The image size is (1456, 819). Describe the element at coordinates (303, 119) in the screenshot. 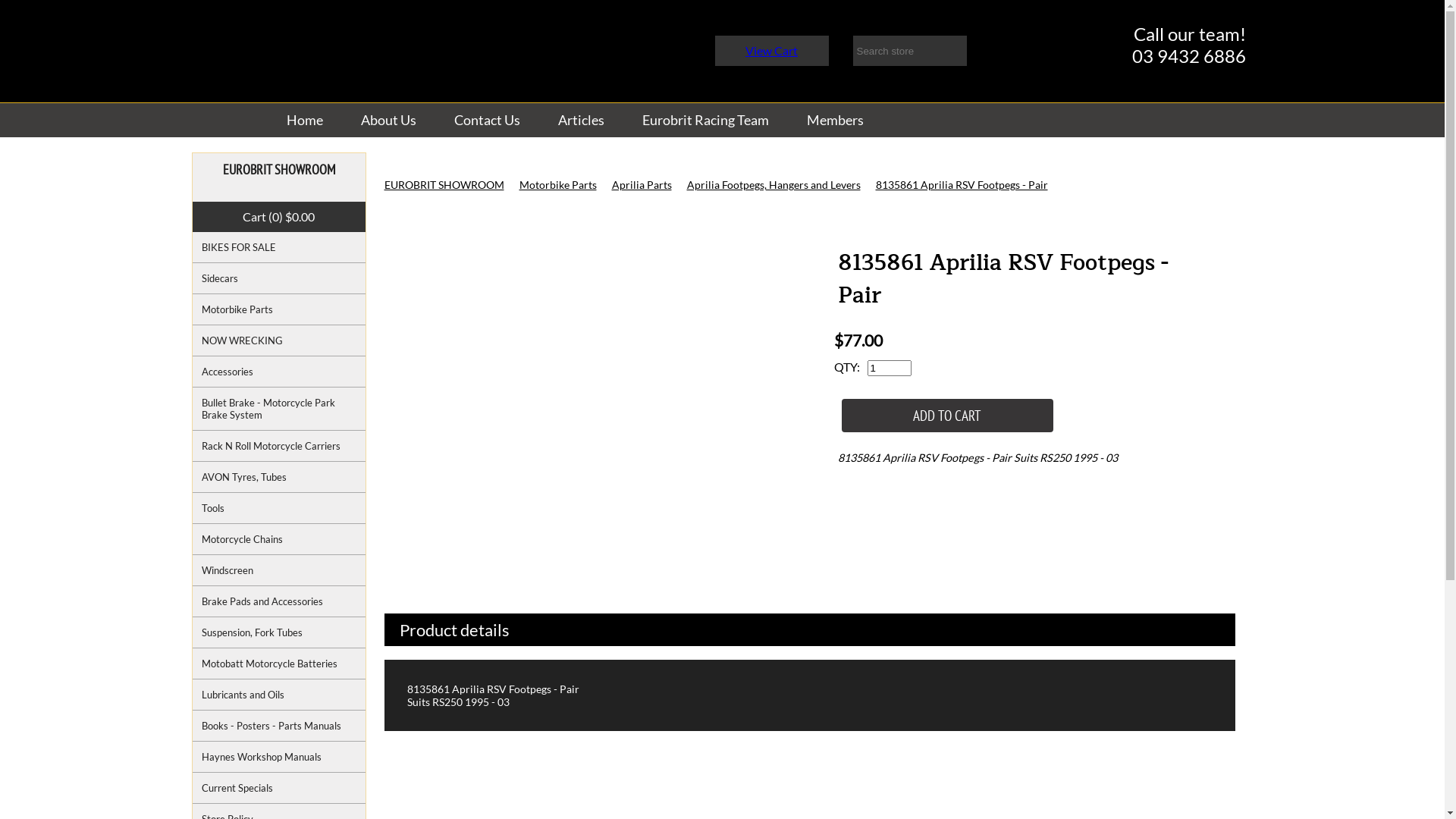

I see `'Home'` at that location.